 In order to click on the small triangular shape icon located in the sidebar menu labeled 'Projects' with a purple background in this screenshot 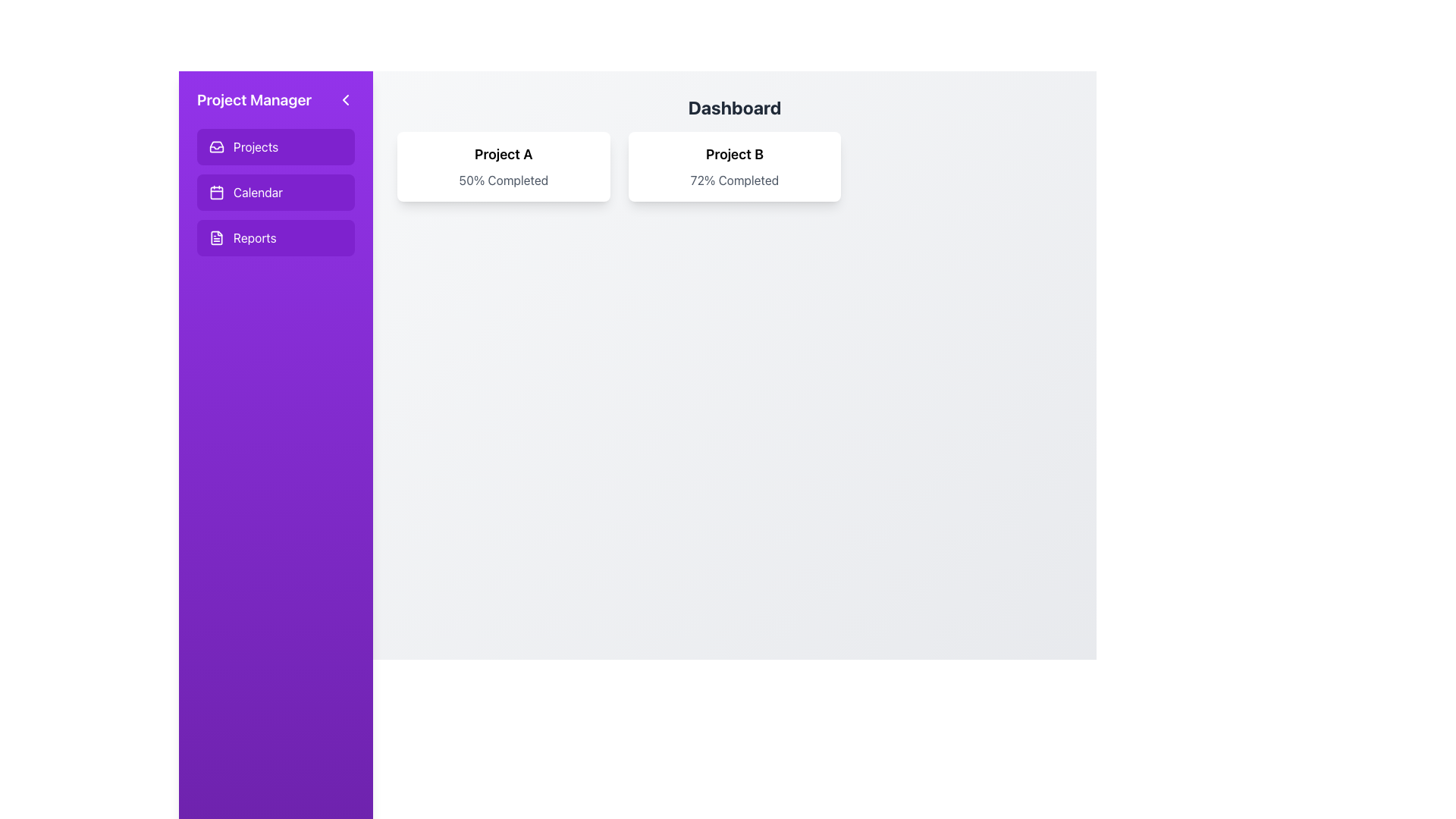, I will do `click(216, 148)`.